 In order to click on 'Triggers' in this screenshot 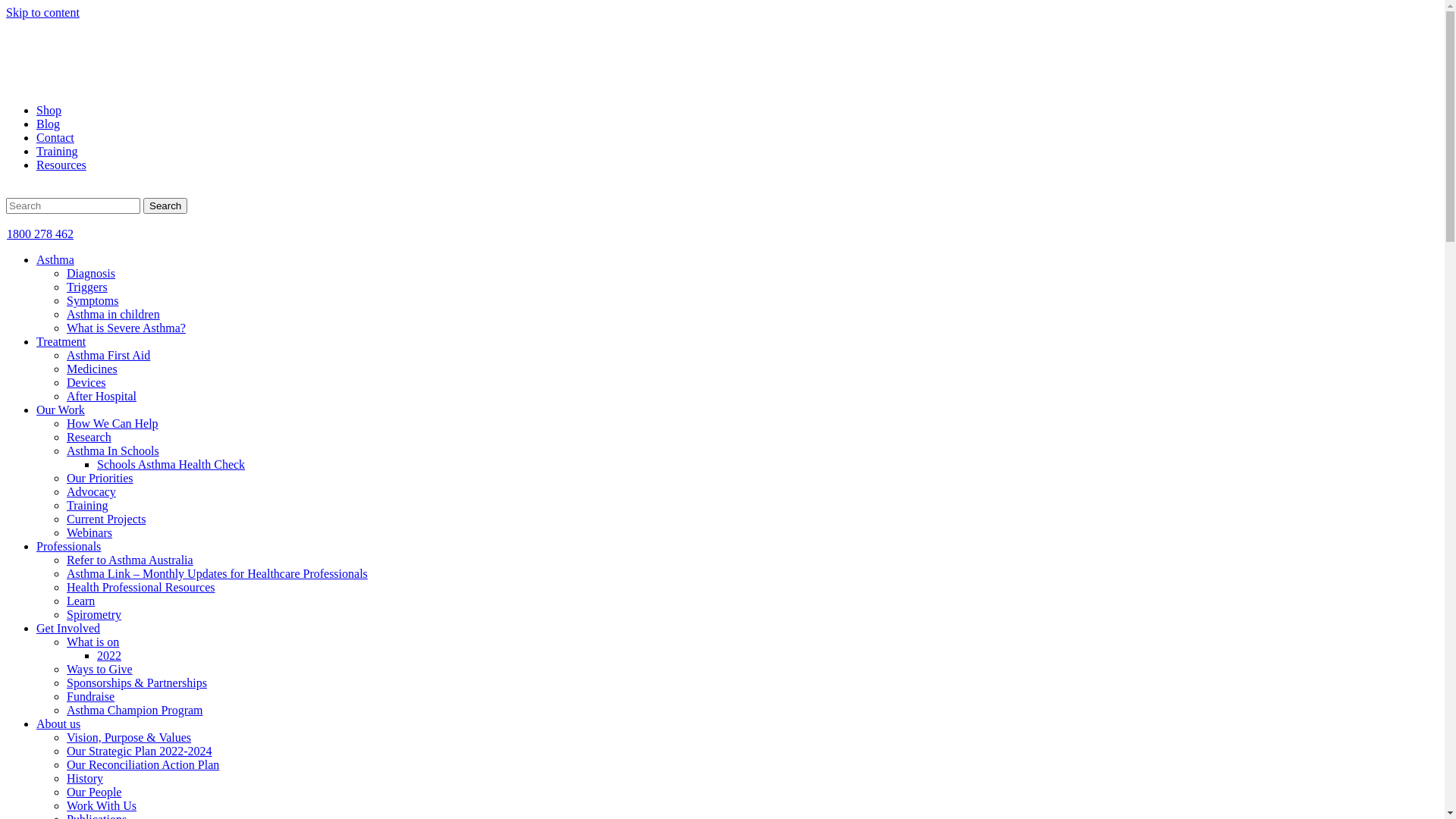, I will do `click(86, 287)`.